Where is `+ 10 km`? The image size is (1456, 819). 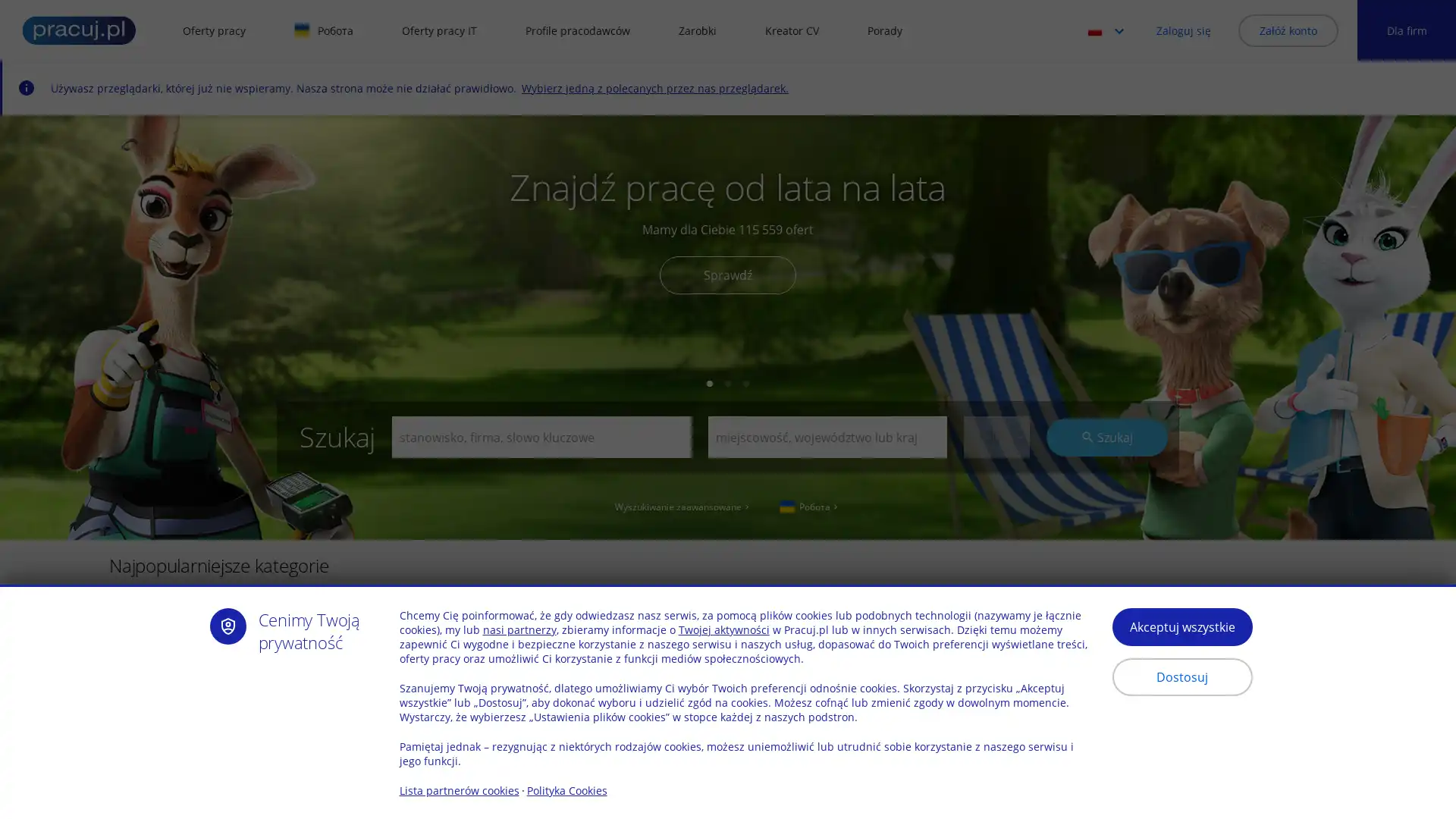
+ 10 km is located at coordinates (996, 513).